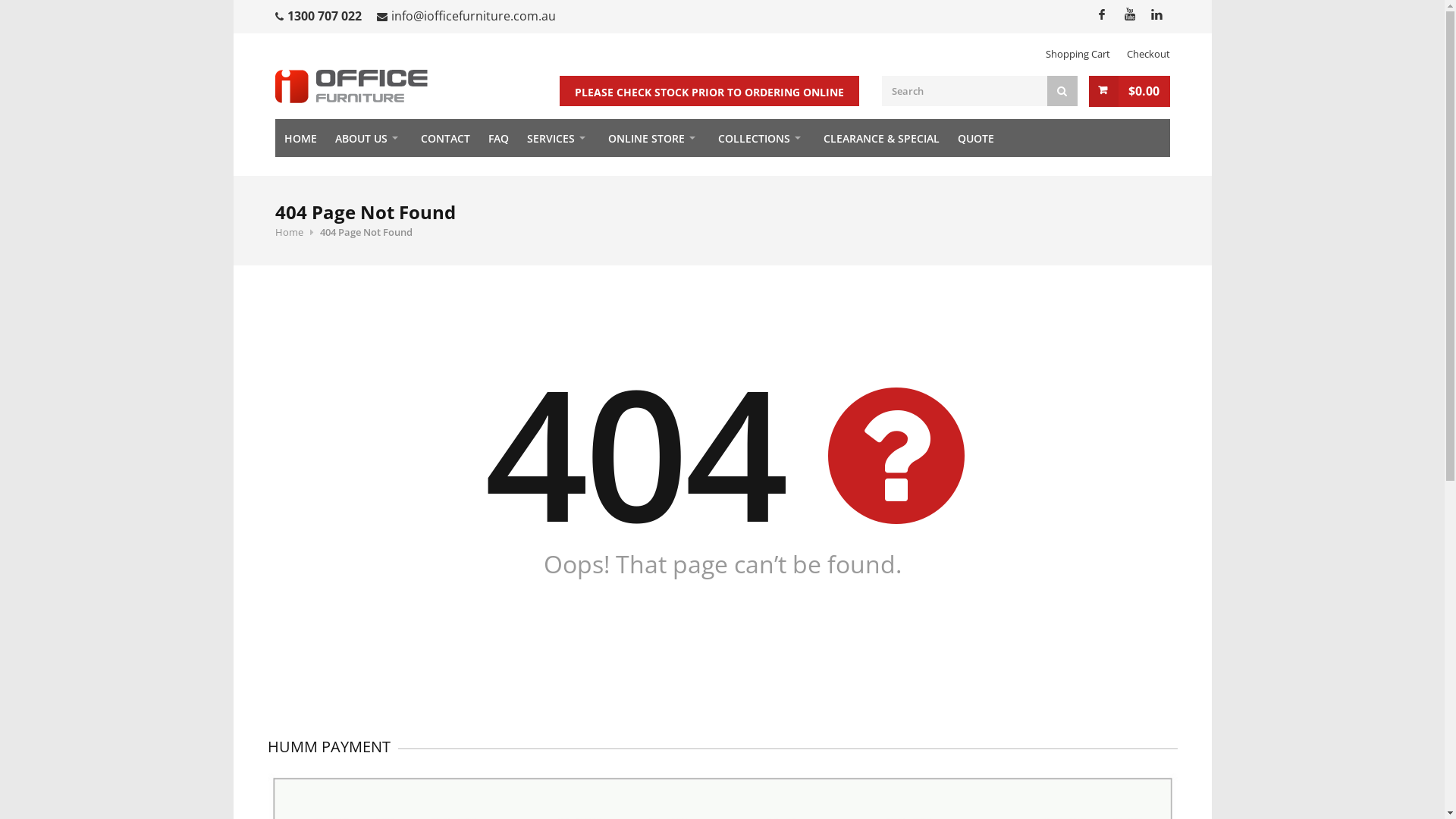 This screenshot has width=1456, height=819. What do you see at coordinates (1148, 52) in the screenshot?
I see `'Checkout'` at bounding box center [1148, 52].